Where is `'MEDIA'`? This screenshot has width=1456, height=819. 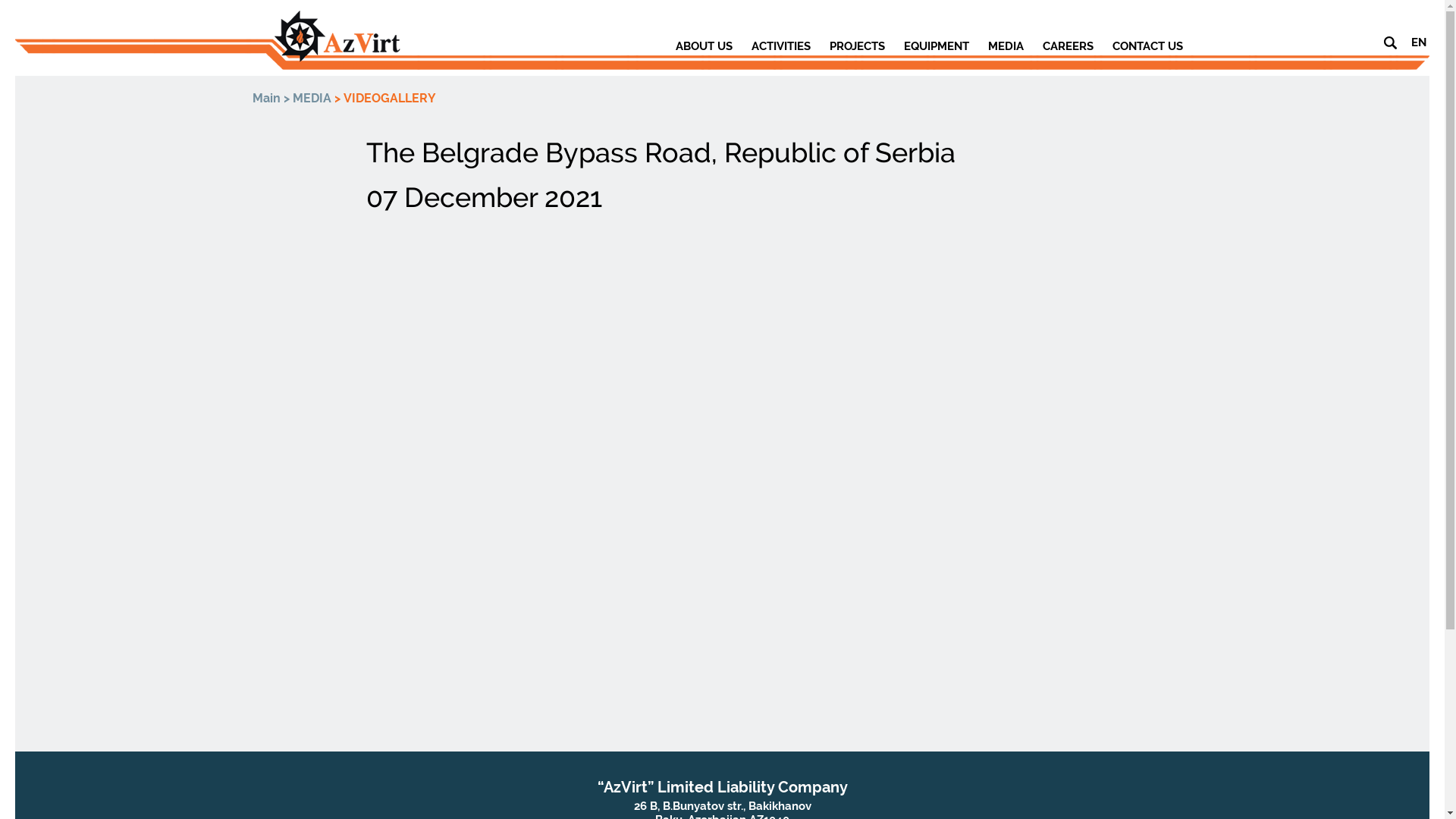
'MEDIA' is located at coordinates (1005, 45).